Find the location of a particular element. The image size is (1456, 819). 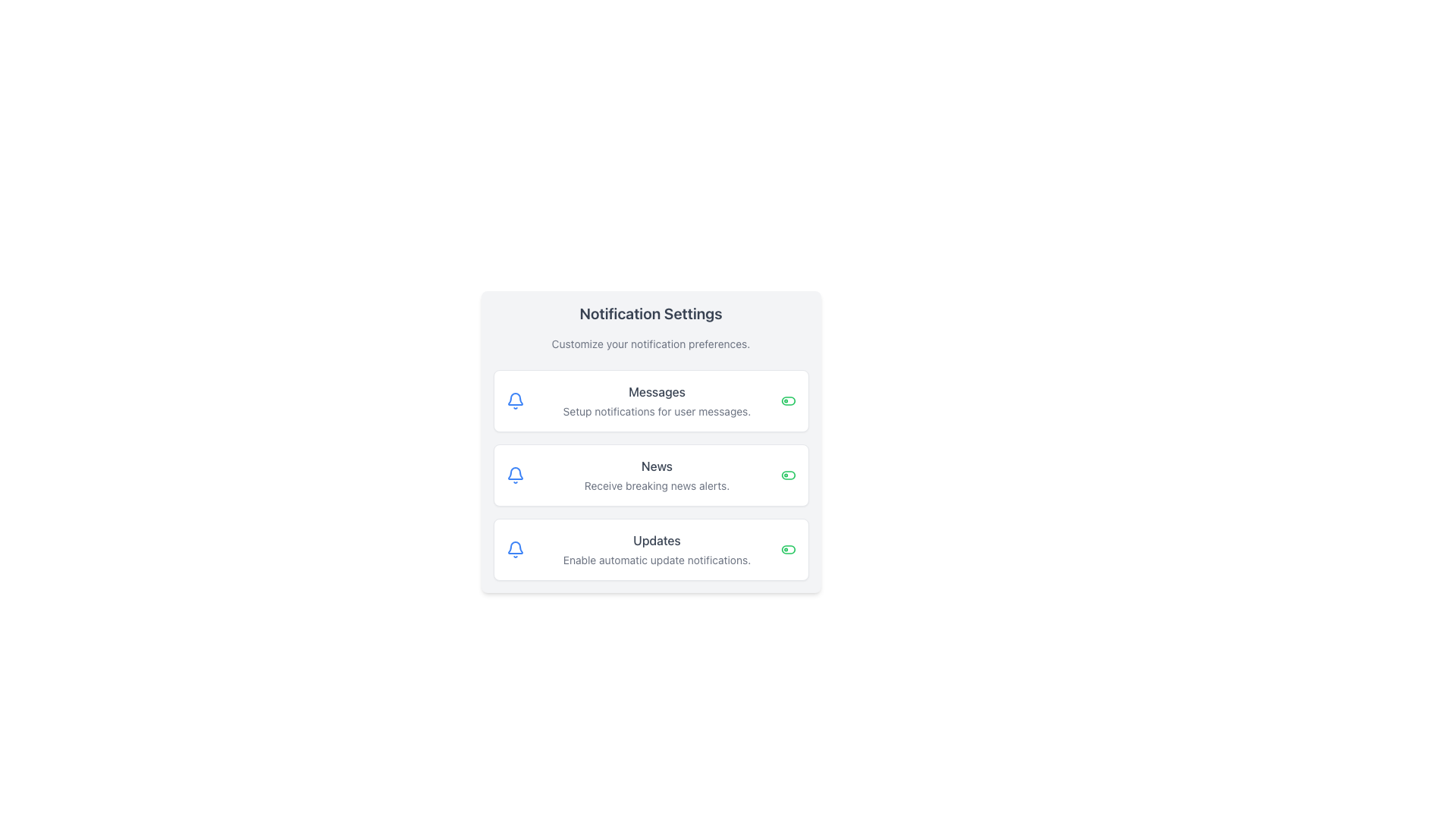

the text label 'Updates' in the Notification Settings panel, which is styled in medium gray and located above the text 'Enable automatic update notifications' is located at coordinates (657, 540).